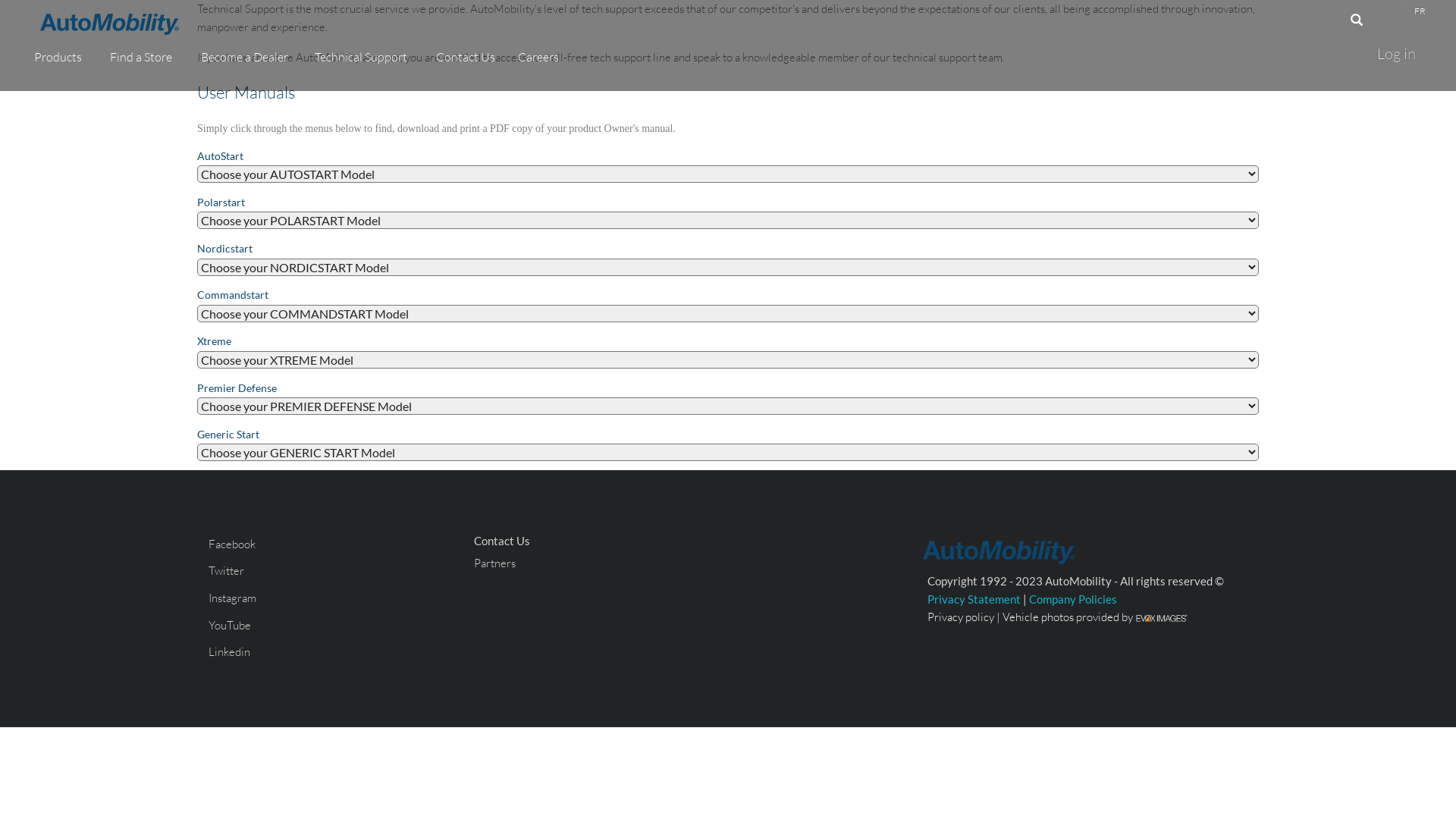 This screenshot has width=1456, height=819. What do you see at coordinates (364, 55) in the screenshot?
I see `'Technical Support'` at bounding box center [364, 55].